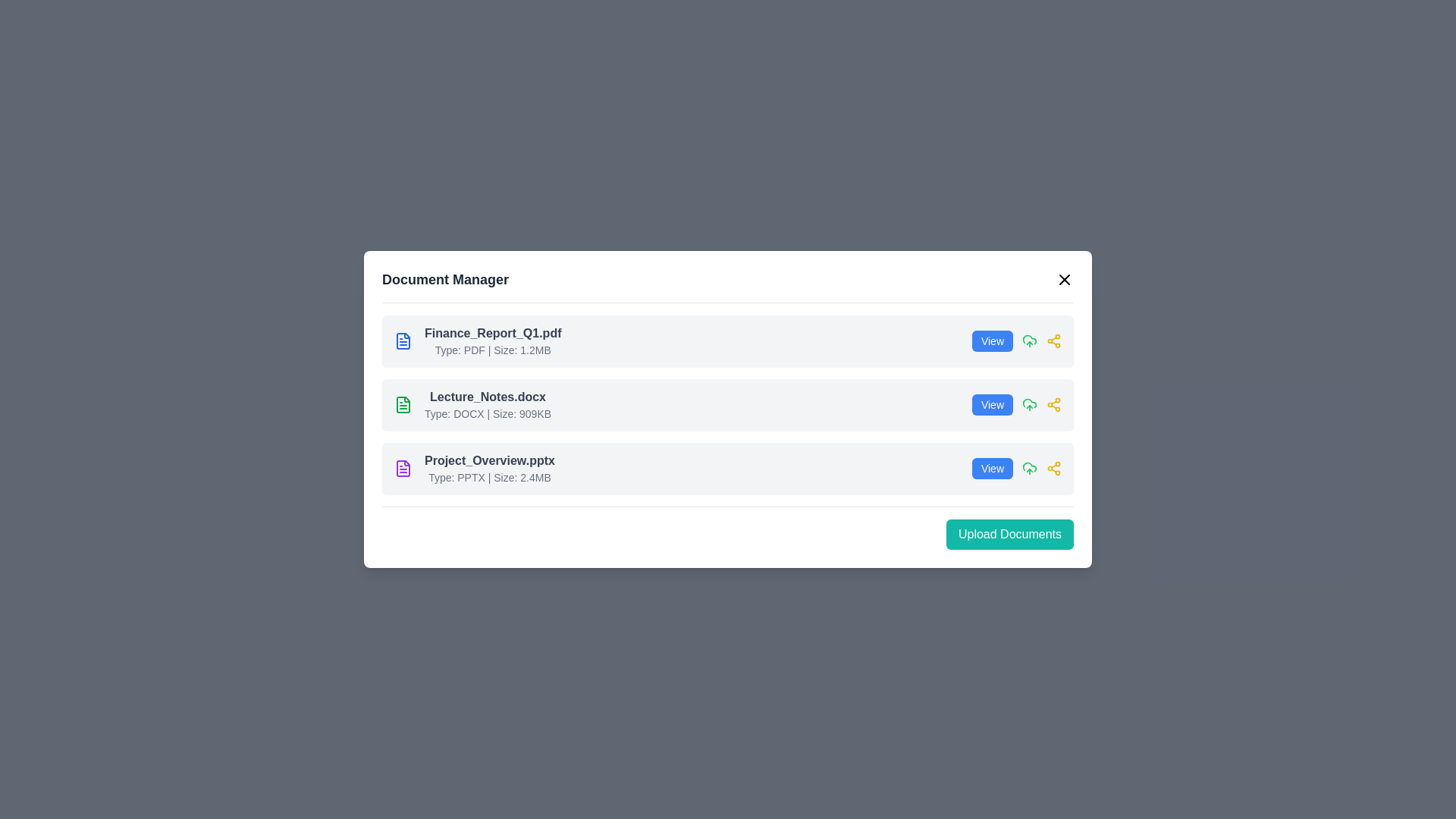  I want to click on the blue 'View' button, which is located to the right of the file description for 'Lecture_Notes.docx' in the second item of the list, so click(1016, 403).